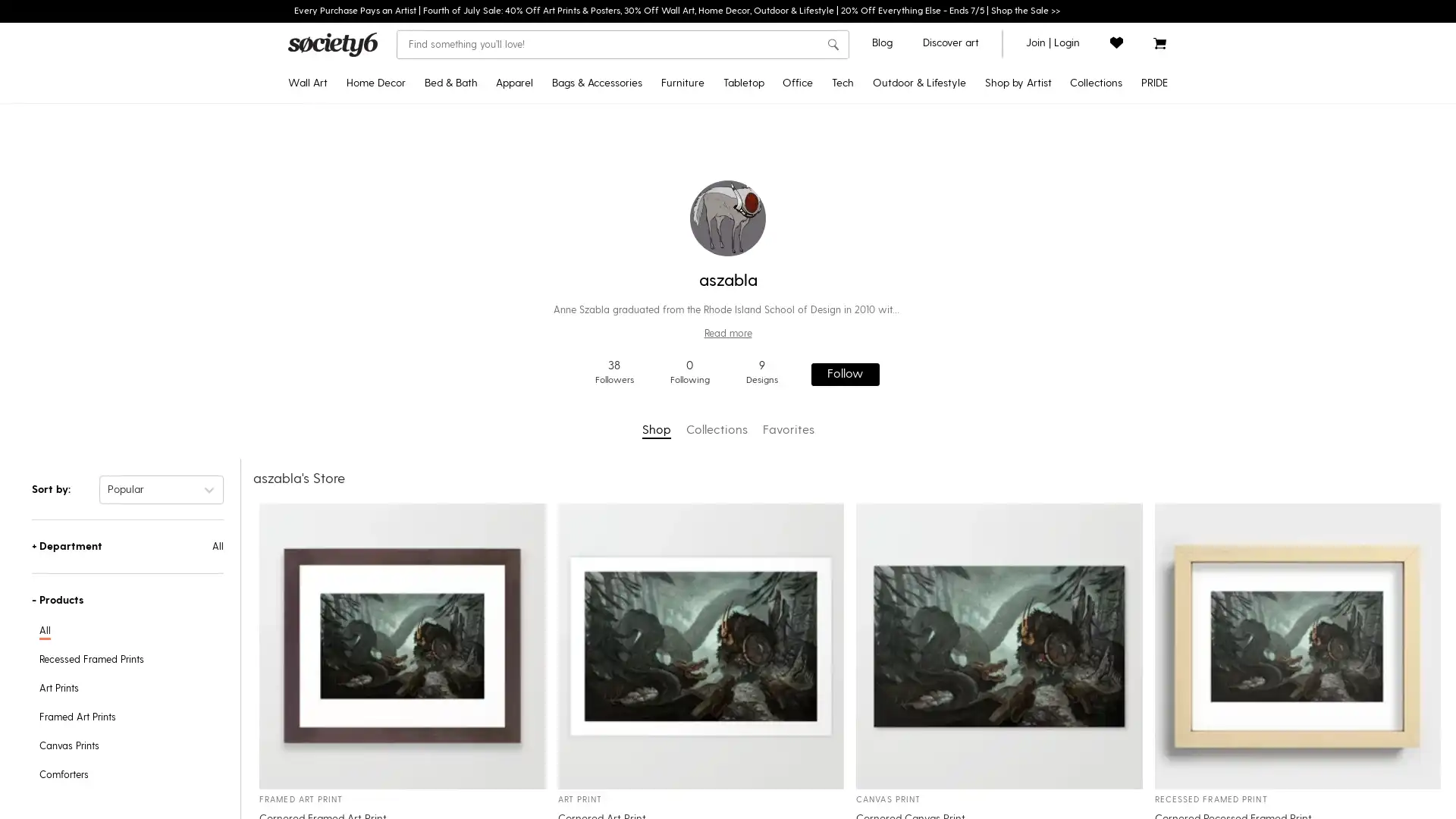 This screenshot has height=819, width=1456. What do you see at coordinates (356, 292) in the screenshot?
I see `Floating Acrylic Prints` at bounding box center [356, 292].